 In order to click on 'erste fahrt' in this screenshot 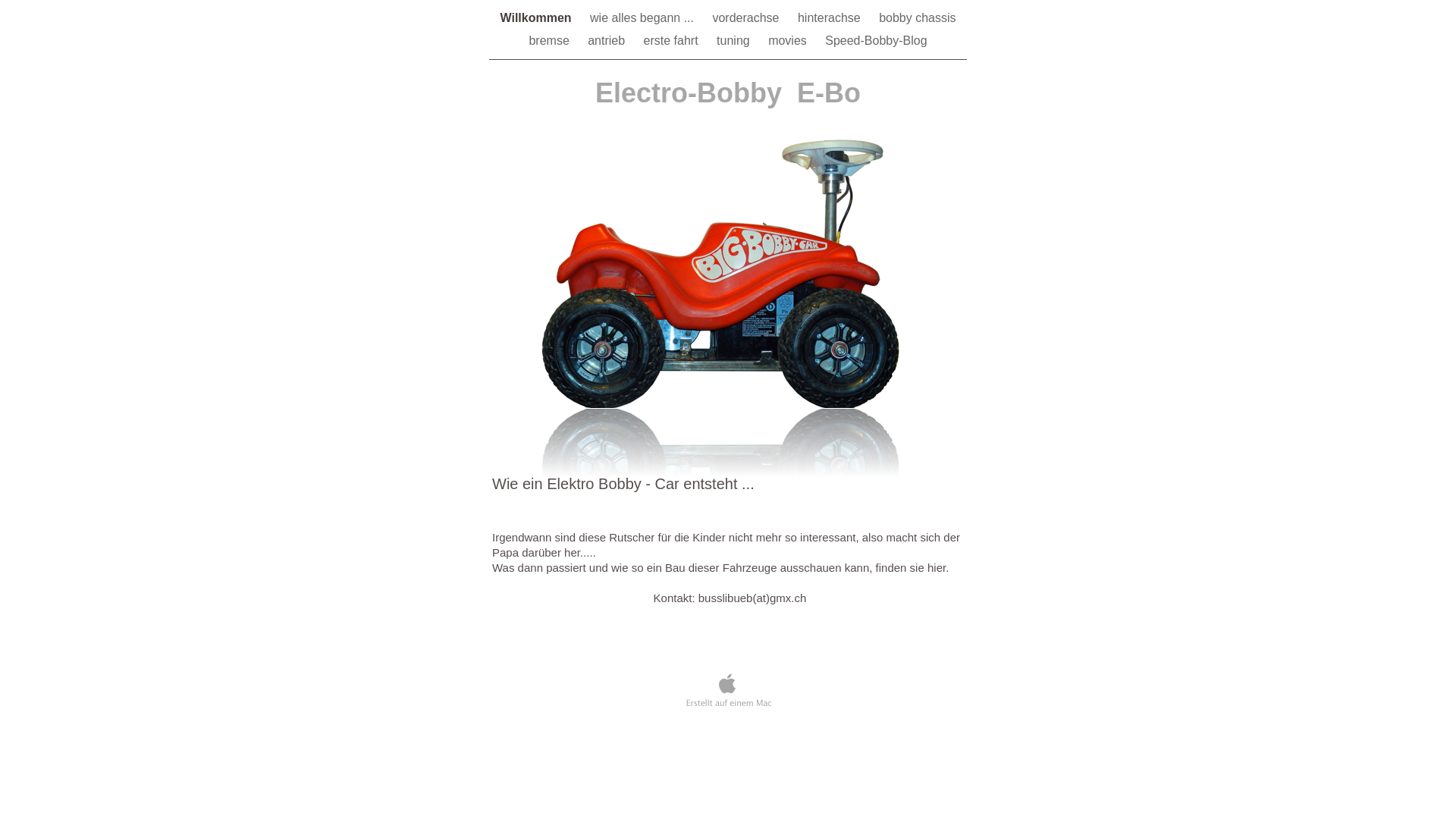, I will do `click(644, 39)`.